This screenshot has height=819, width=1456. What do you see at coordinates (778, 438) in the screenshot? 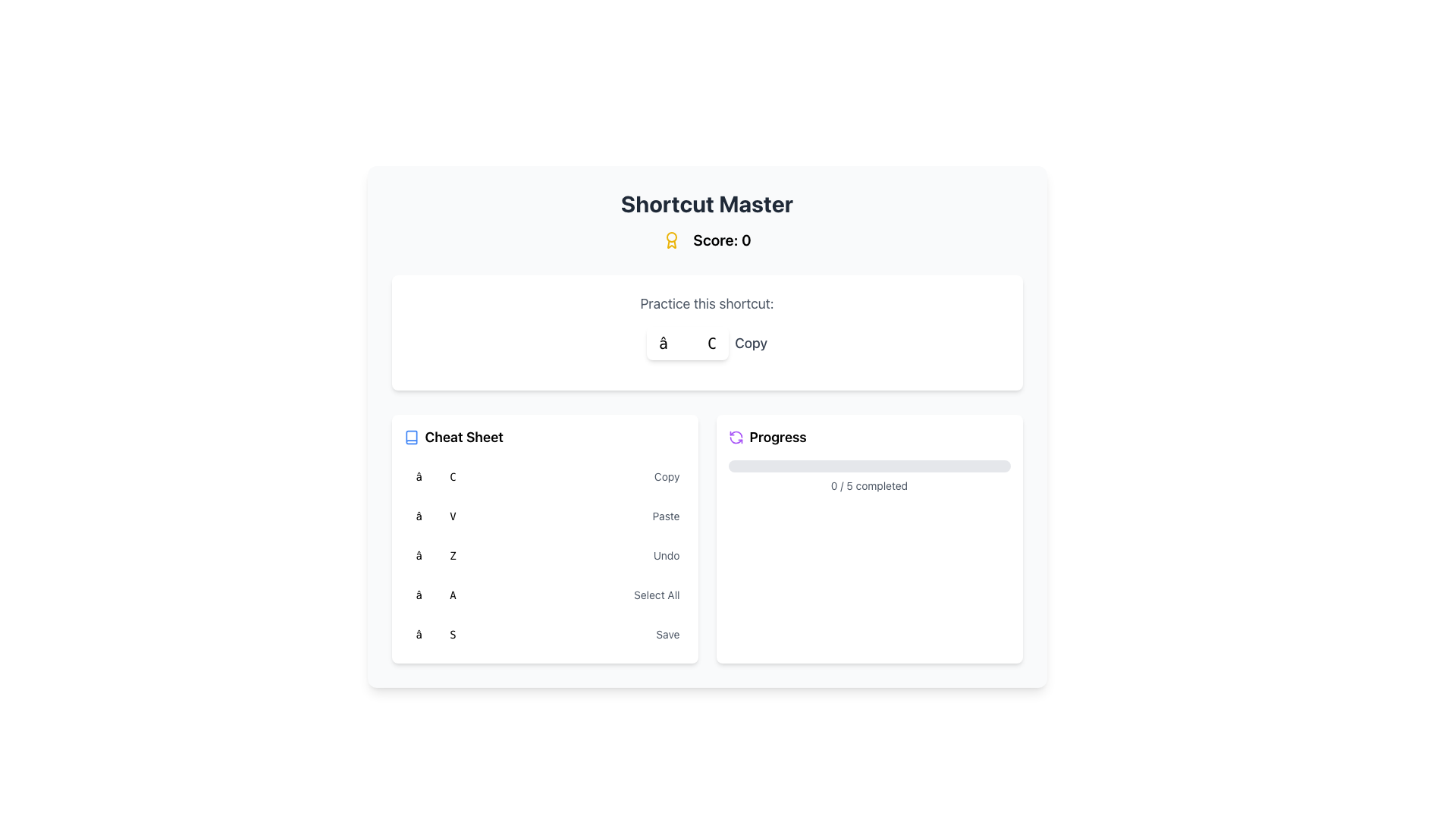
I see `the Text Label that denotes a section for monitoring or updating progress, located in the right section of the interface near the middle, aligned horizontally with an icon` at bounding box center [778, 438].